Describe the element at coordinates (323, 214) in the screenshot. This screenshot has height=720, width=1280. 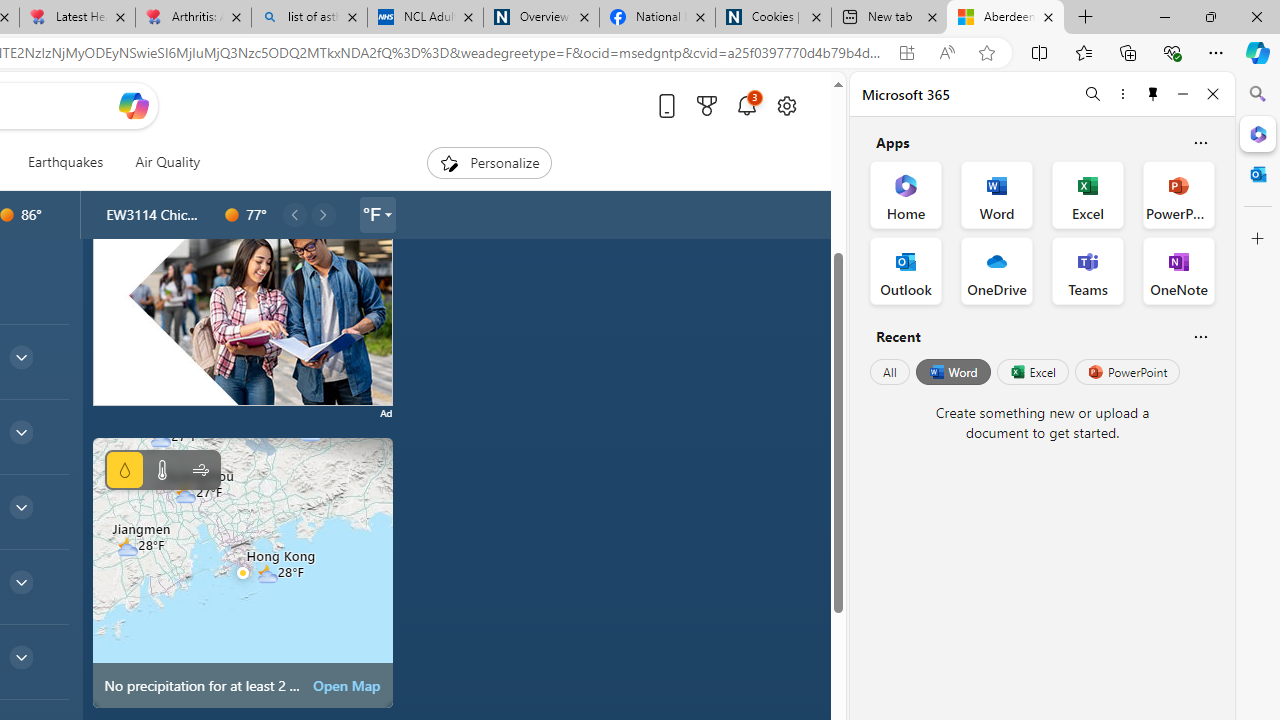
I see `'common/carouselChevron'` at that location.